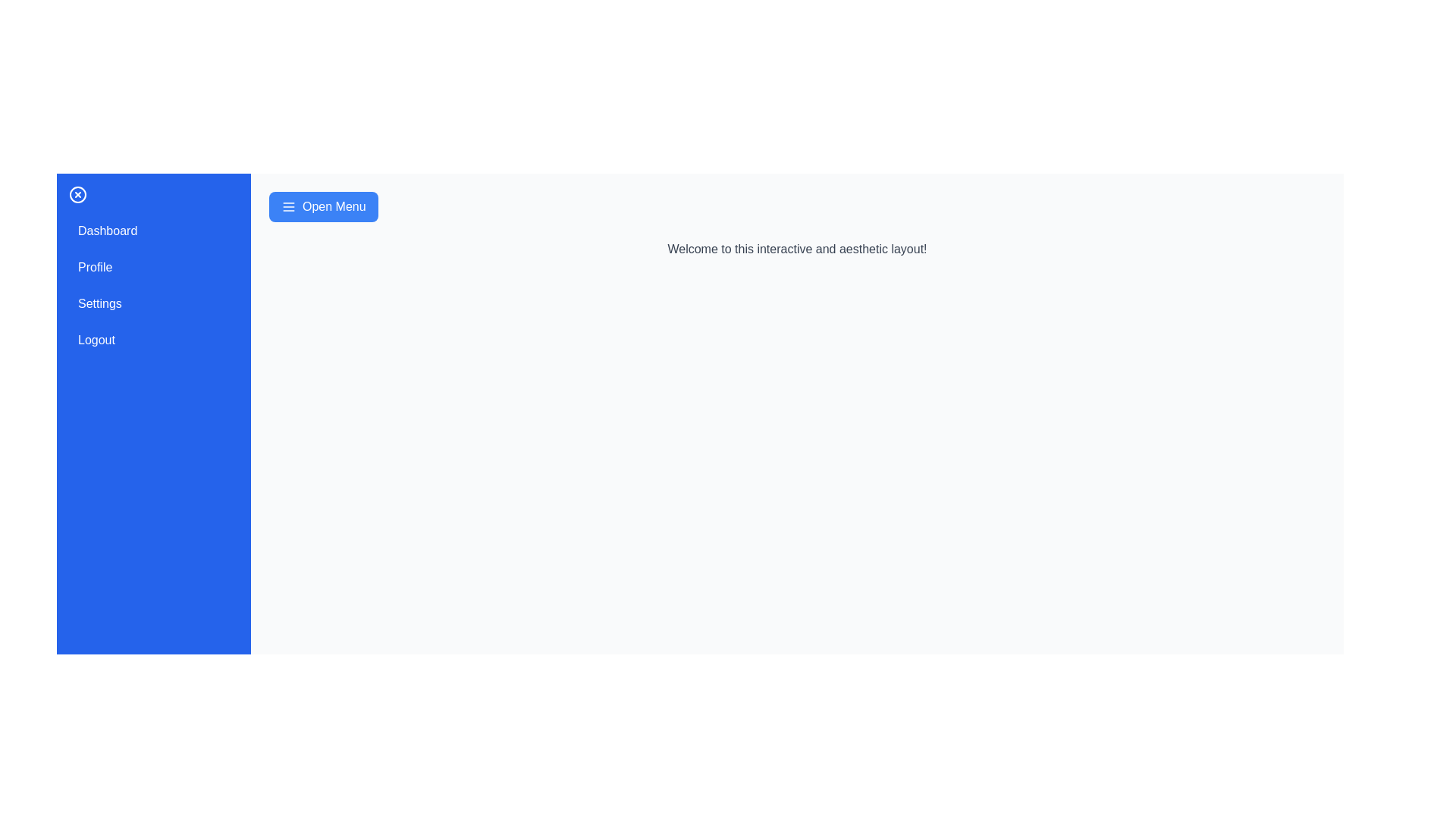  What do you see at coordinates (153, 339) in the screenshot?
I see `the menu item Logout to observe the hover effect` at bounding box center [153, 339].